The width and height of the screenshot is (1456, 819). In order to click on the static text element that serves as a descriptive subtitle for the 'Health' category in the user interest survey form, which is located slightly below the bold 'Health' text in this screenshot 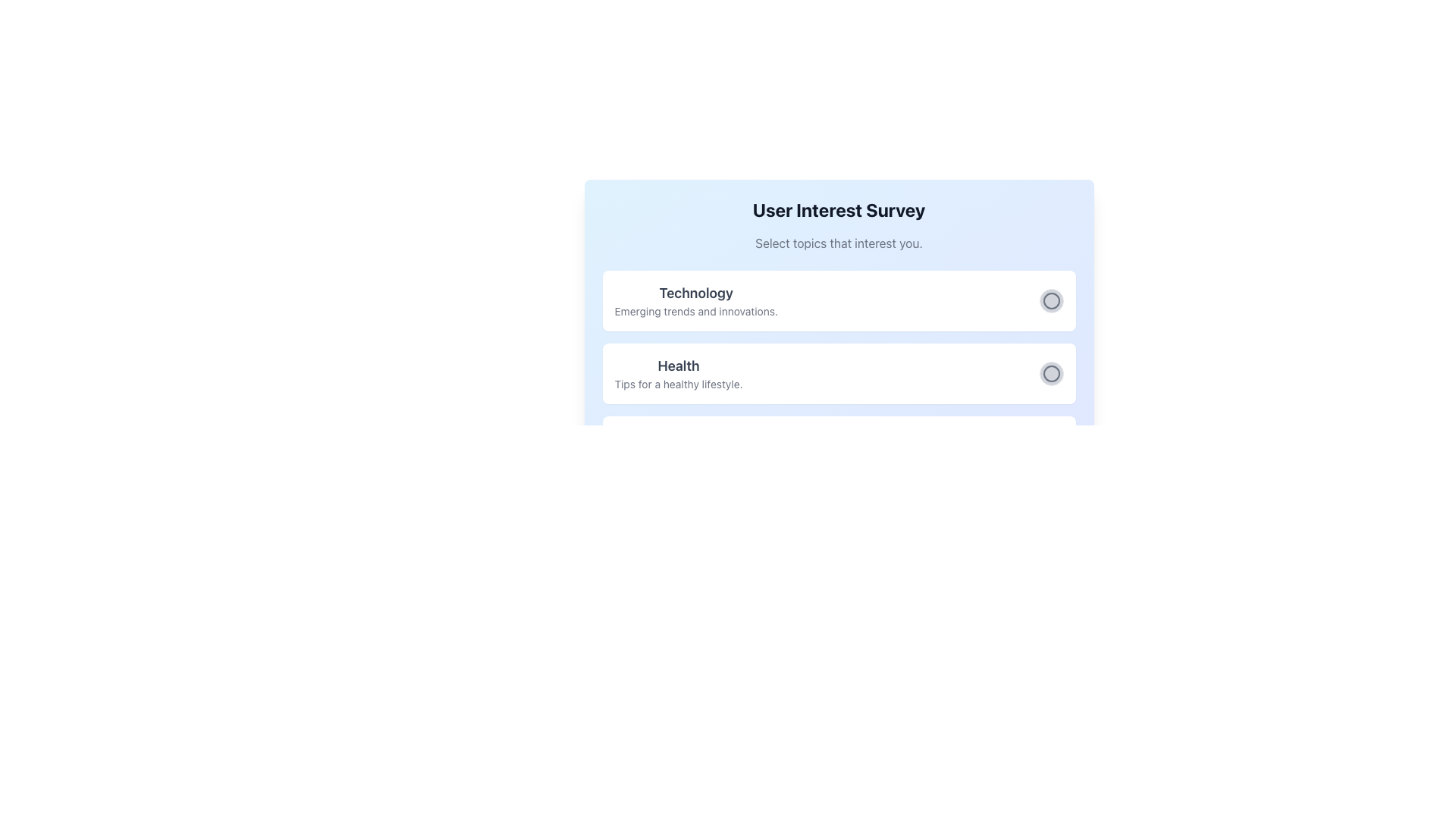, I will do `click(678, 383)`.